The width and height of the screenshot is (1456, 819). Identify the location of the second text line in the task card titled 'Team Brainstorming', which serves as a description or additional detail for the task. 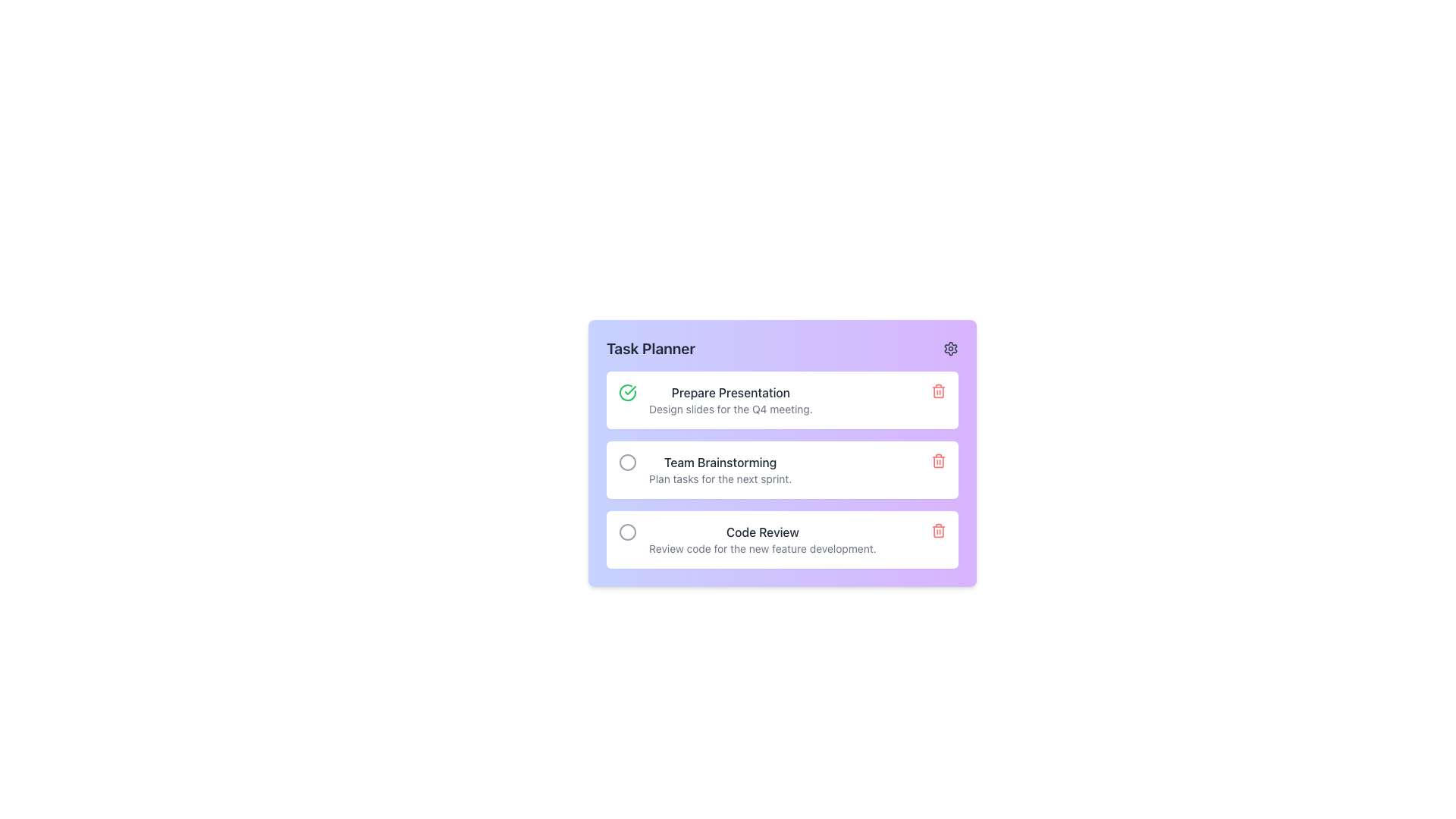
(720, 479).